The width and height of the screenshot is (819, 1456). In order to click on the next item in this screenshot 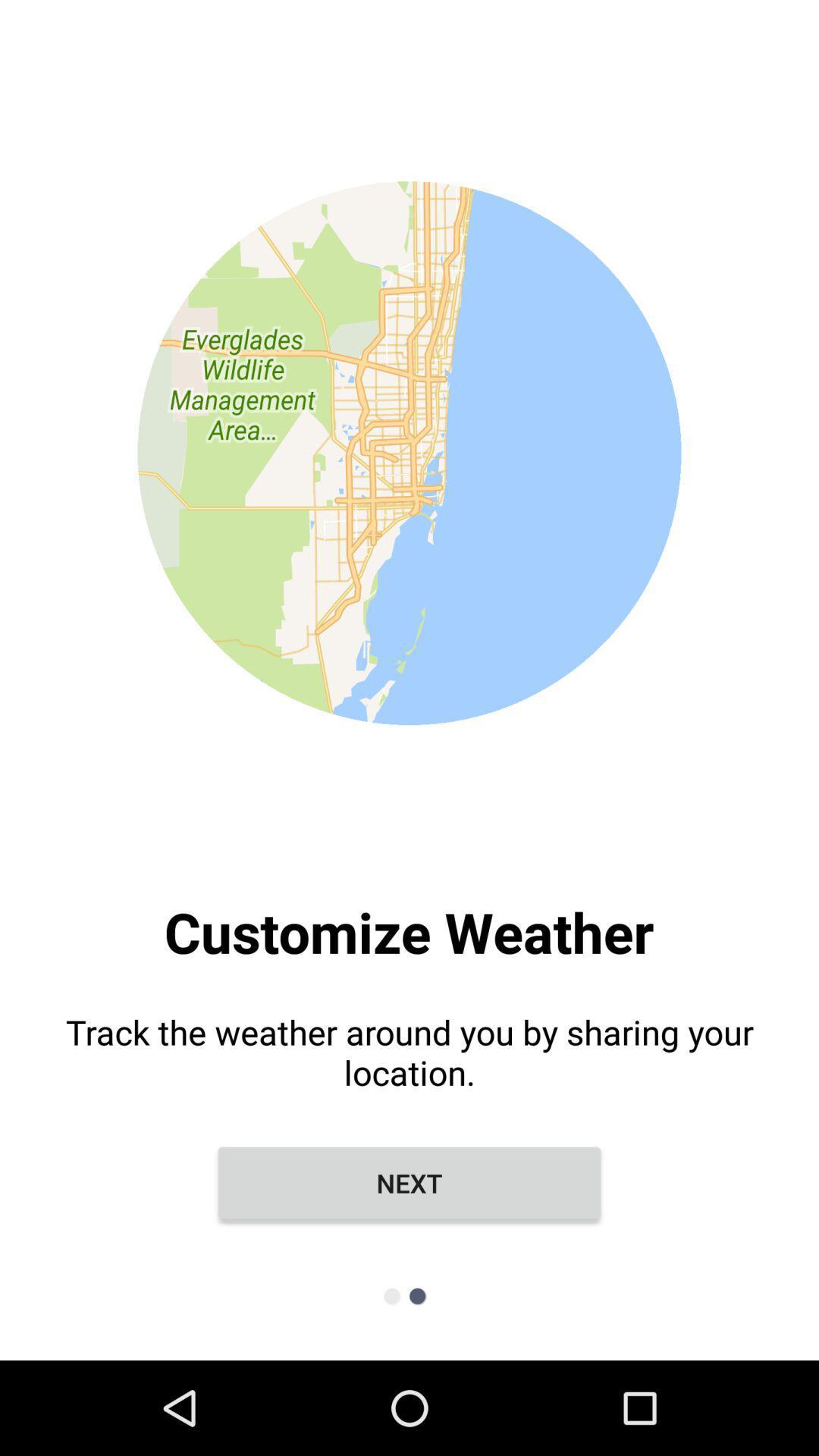, I will do `click(409, 1182)`.